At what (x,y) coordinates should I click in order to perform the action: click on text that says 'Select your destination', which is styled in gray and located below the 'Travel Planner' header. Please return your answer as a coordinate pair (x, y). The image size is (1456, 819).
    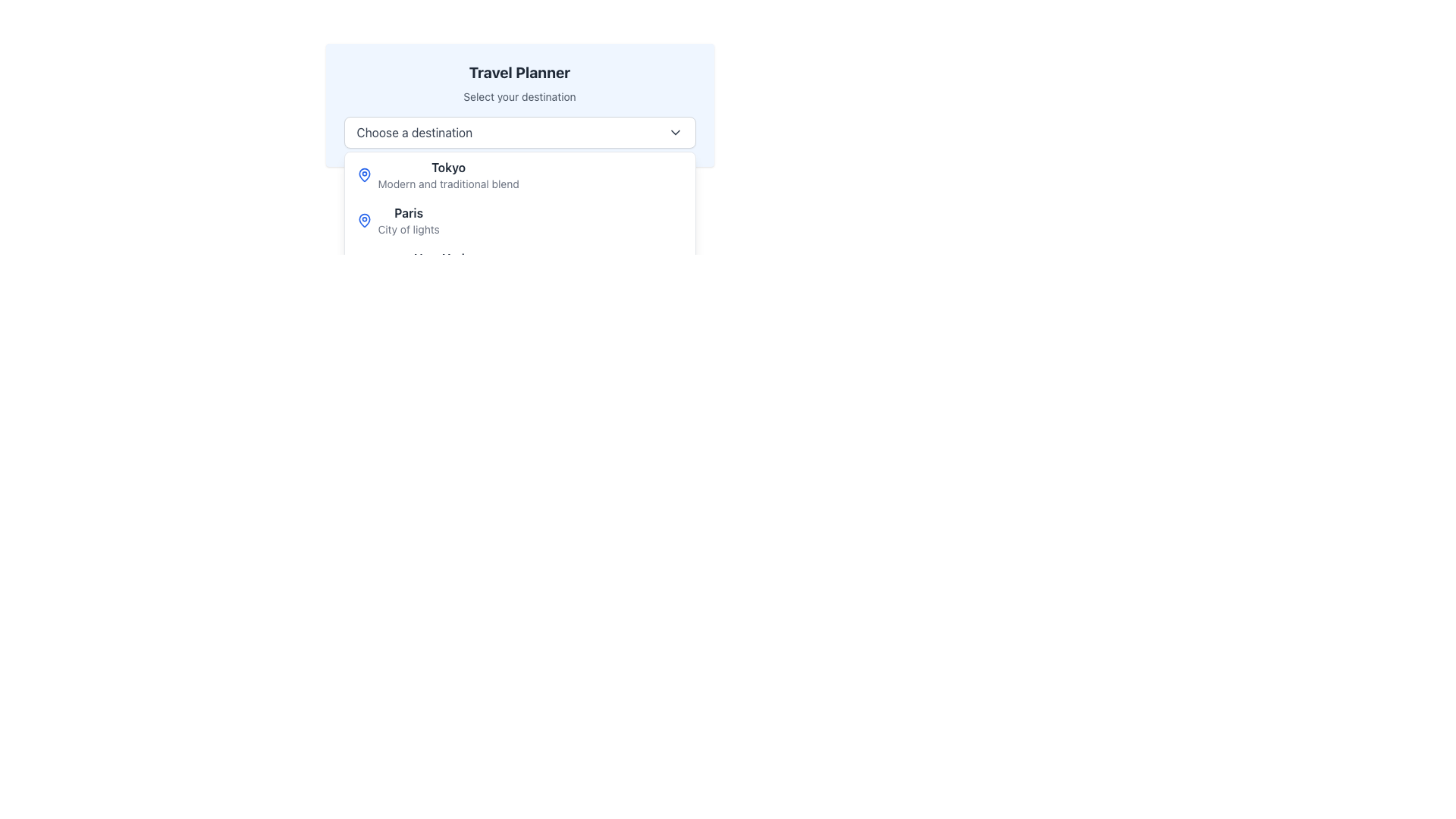
    Looking at the image, I should click on (519, 96).